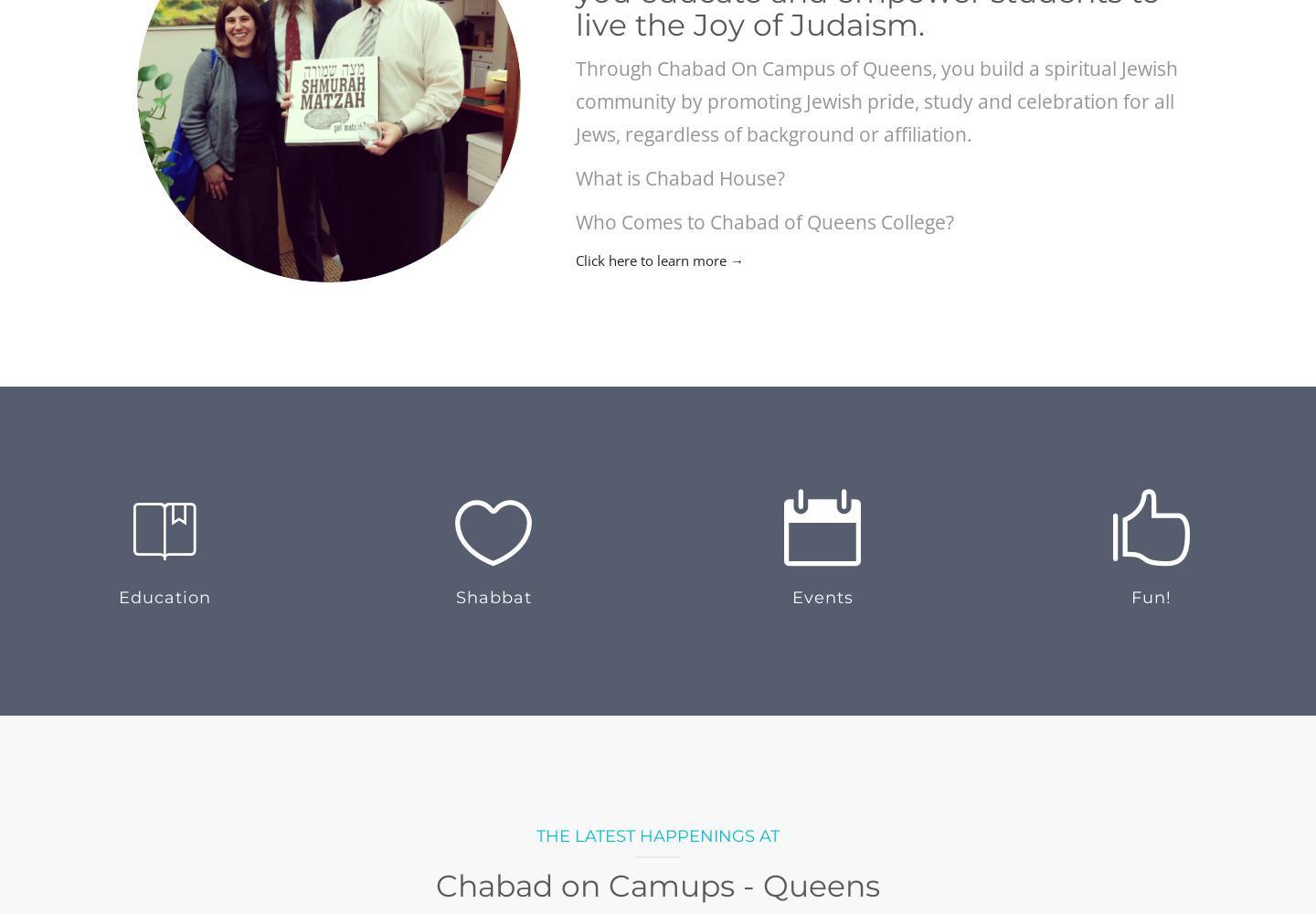 This screenshot has height=914, width=1316. I want to click on 'Who Comes to Chabad of Queens College?', so click(575, 221).